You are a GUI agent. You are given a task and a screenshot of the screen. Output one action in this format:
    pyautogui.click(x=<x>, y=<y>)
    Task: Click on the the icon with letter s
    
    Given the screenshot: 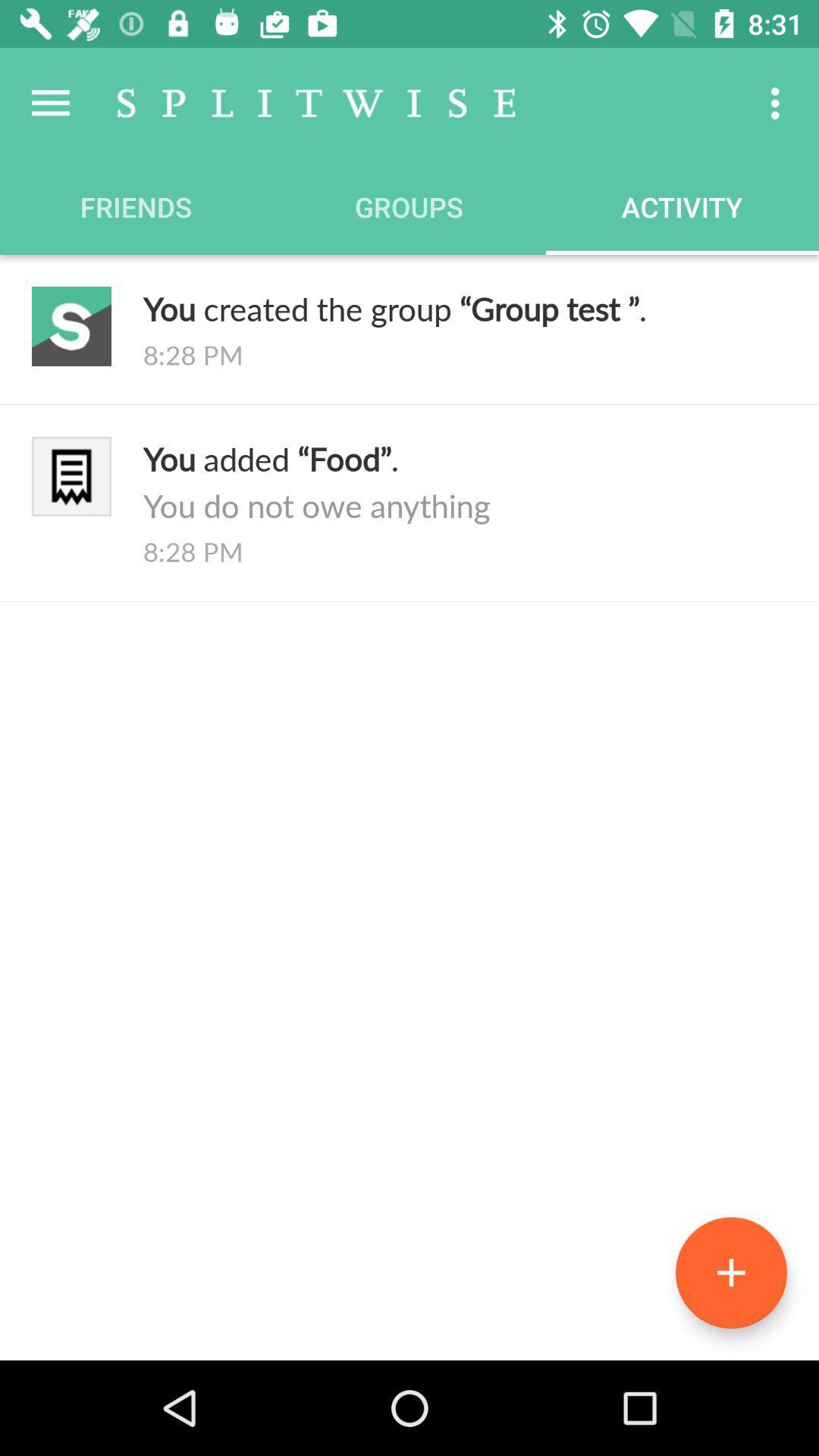 What is the action you would take?
    pyautogui.click(x=71, y=325)
    